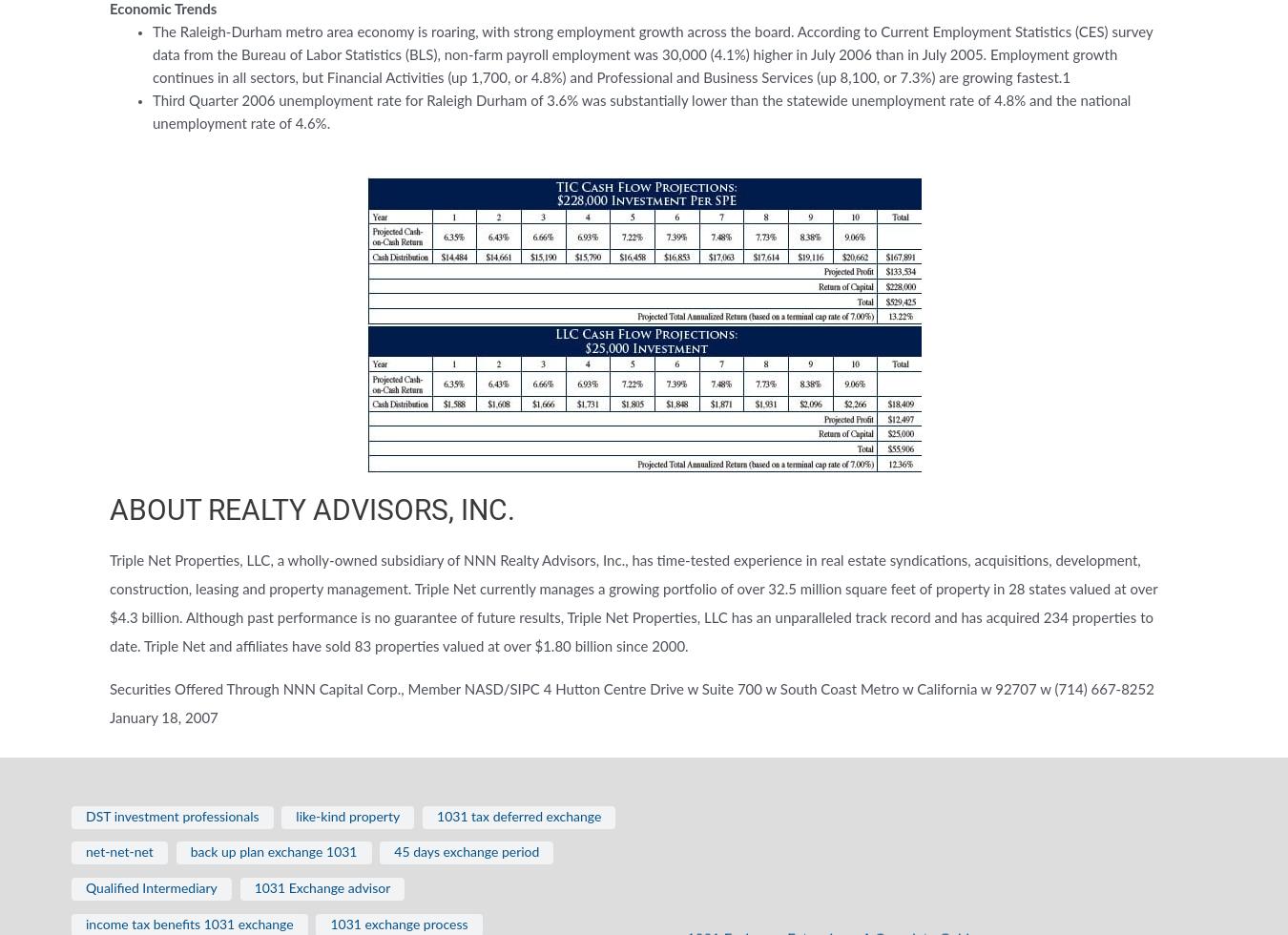 This screenshot has width=1288, height=935. What do you see at coordinates (632, 703) in the screenshot?
I see `'Securities Offered Through NNN Capital Corp., Member NASD/SIPC 4 Hutton Centre Drive w Suite 700 w South Coast Metro w California w 92707 w (714) 667-8252 January 18, 2007'` at bounding box center [632, 703].